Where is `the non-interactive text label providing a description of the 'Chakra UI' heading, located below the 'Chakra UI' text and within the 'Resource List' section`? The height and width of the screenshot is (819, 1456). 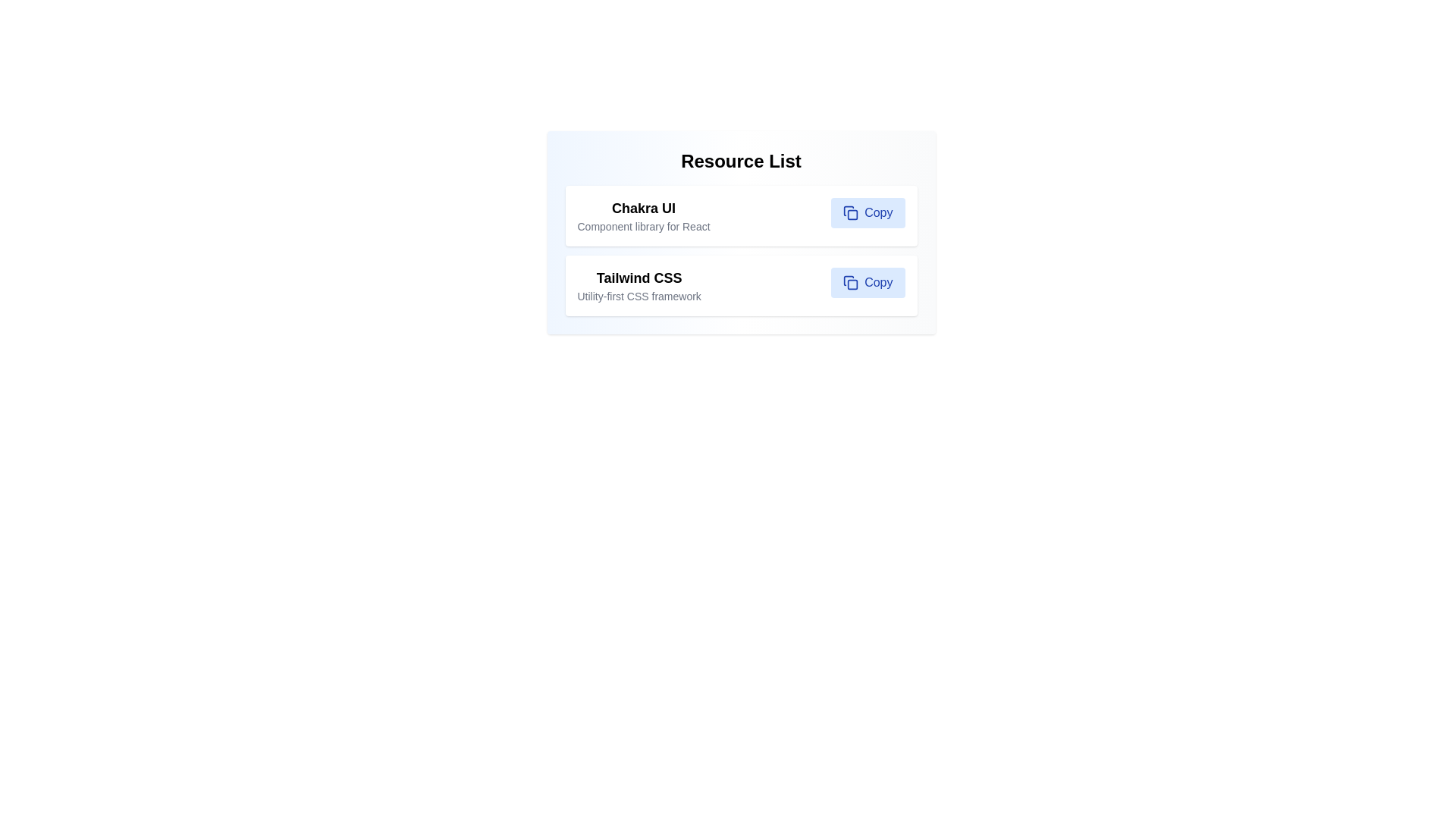 the non-interactive text label providing a description of the 'Chakra UI' heading, located below the 'Chakra UI' text and within the 'Resource List' section is located at coordinates (644, 227).